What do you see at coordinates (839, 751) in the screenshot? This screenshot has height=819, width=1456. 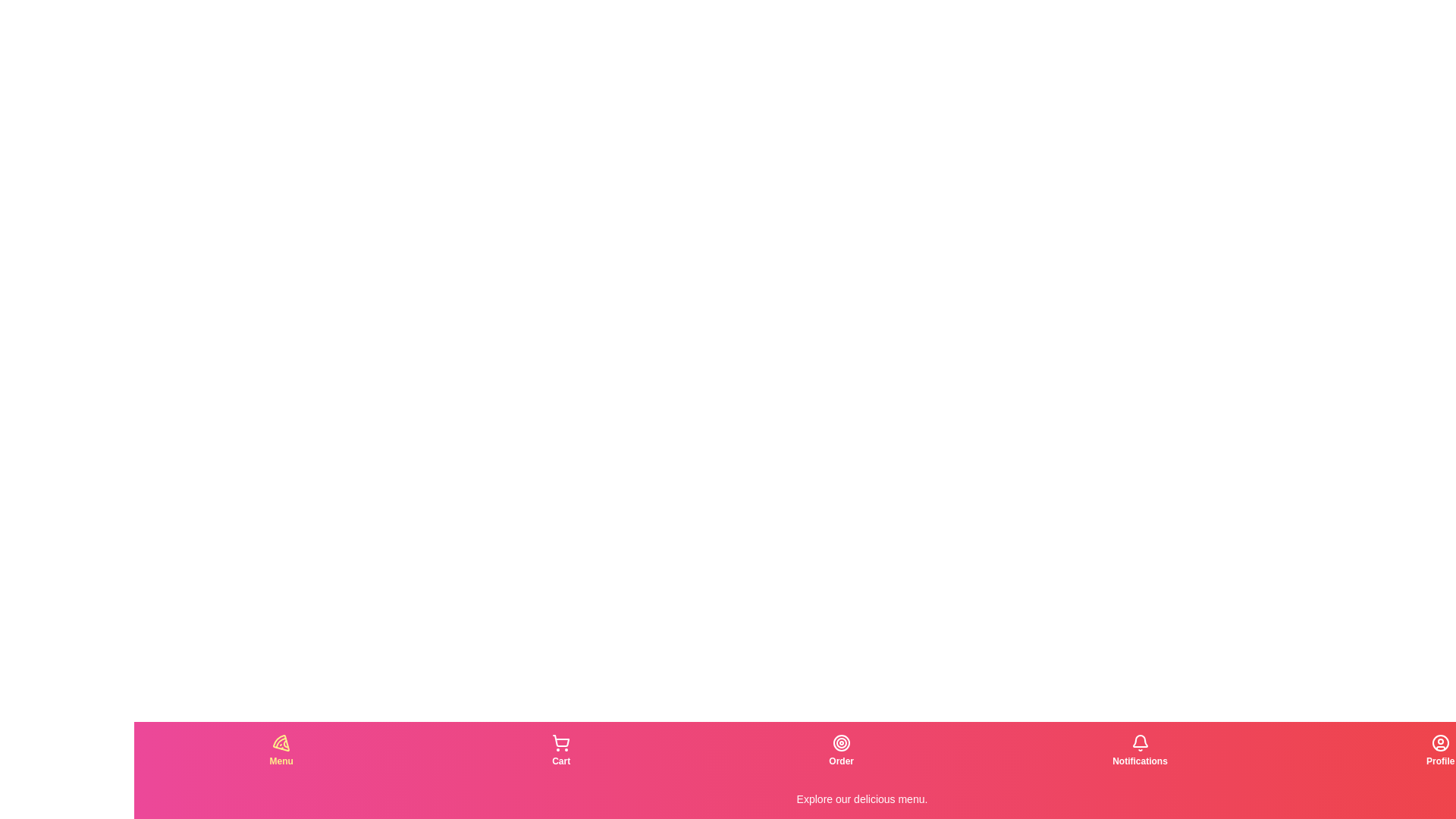 I see `the tab corresponding to Order` at bounding box center [839, 751].